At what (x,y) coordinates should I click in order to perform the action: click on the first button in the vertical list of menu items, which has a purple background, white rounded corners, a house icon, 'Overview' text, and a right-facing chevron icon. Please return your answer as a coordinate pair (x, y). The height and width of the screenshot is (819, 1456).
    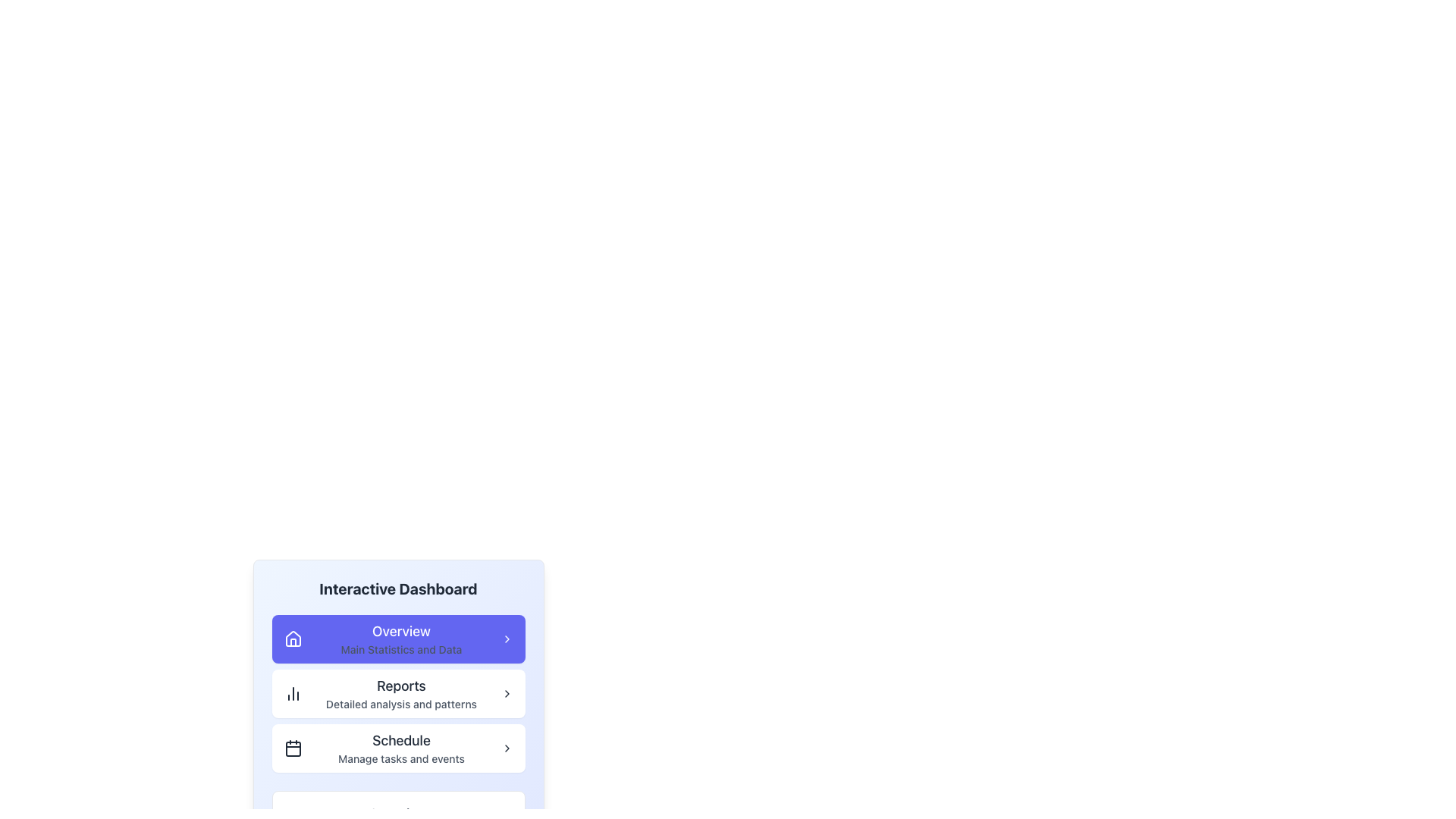
    Looking at the image, I should click on (398, 639).